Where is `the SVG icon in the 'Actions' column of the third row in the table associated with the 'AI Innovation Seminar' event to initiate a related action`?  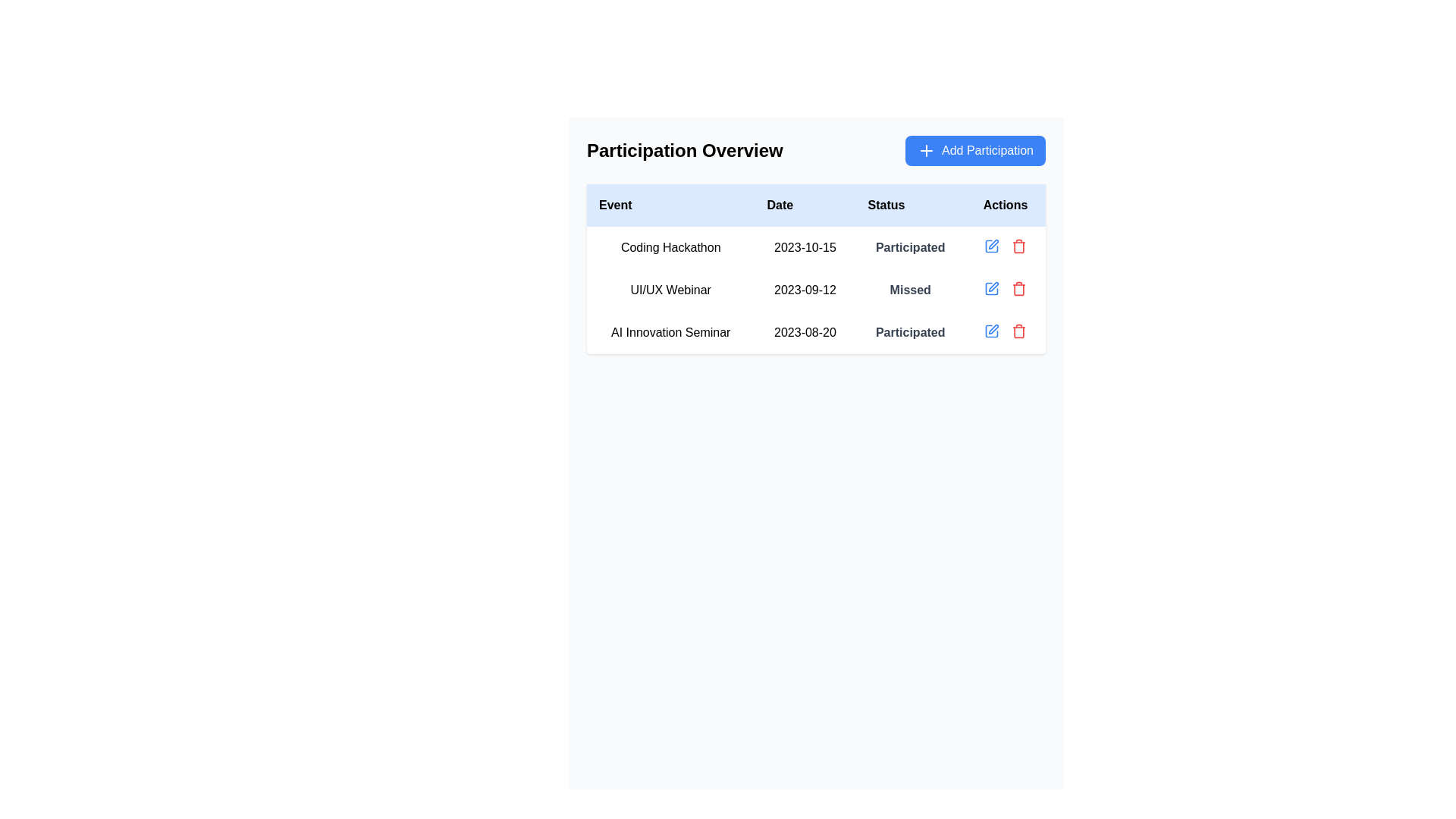 the SVG icon in the 'Actions' column of the third row in the table associated with the 'AI Innovation Seminar' event to initiate a related action is located at coordinates (991, 330).